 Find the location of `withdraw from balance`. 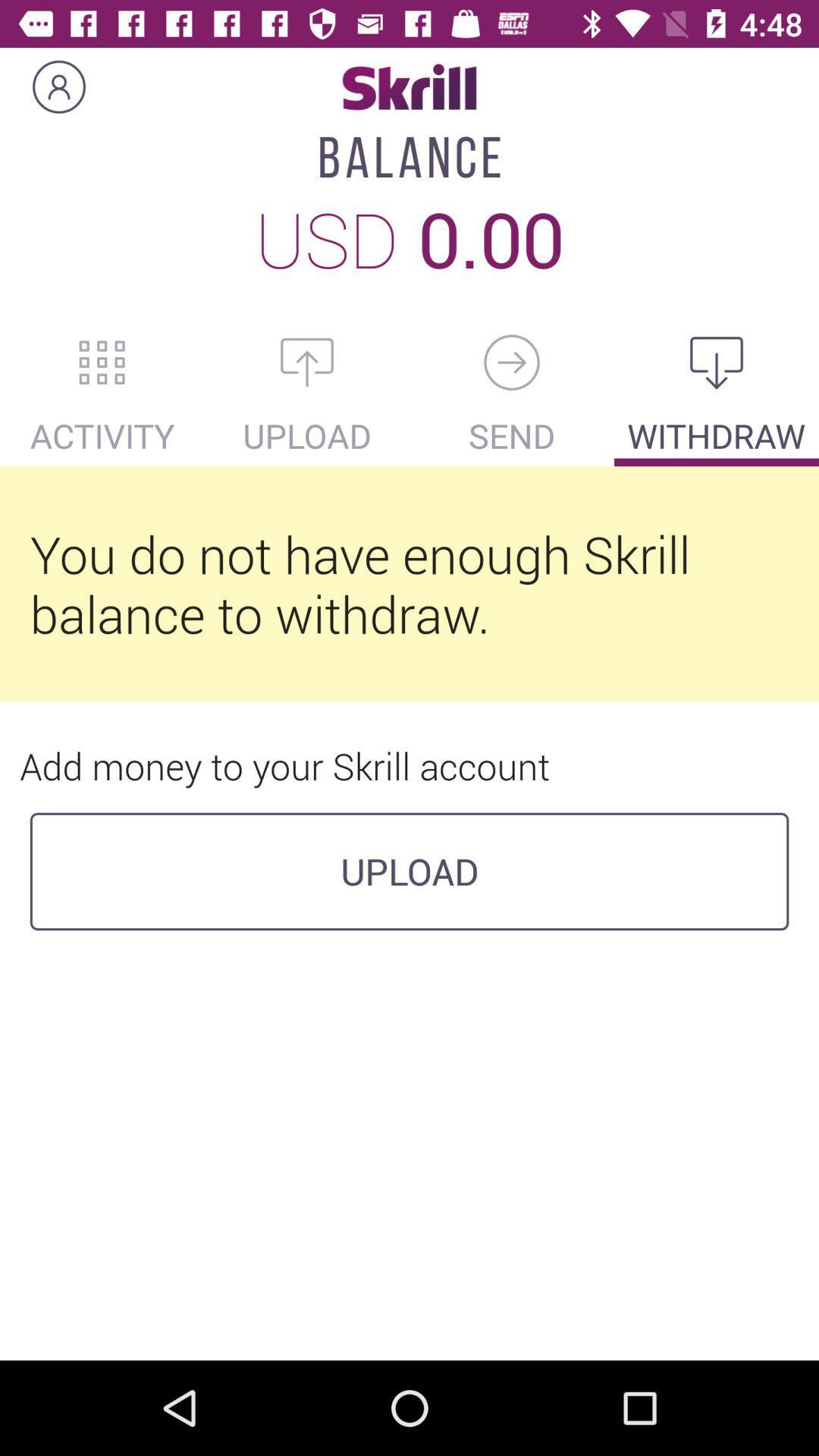

withdraw from balance is located at coordinates (717, 362).